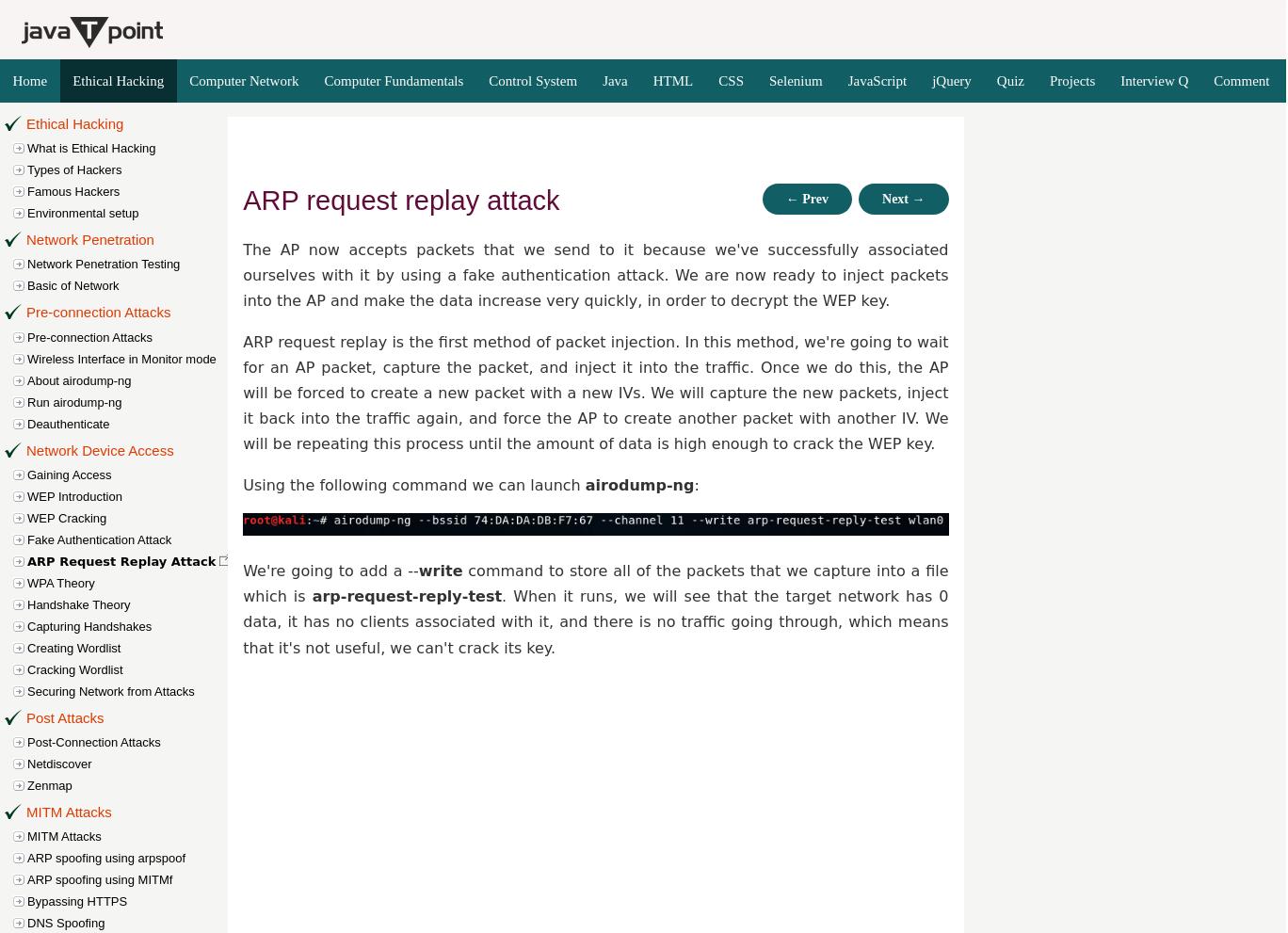 This screenshot has width=1288, height=933. What do you see at coordinates (74, 122) in the screenshot?
I see `'Ethical Hacking'` at bounding box center [74, 122].